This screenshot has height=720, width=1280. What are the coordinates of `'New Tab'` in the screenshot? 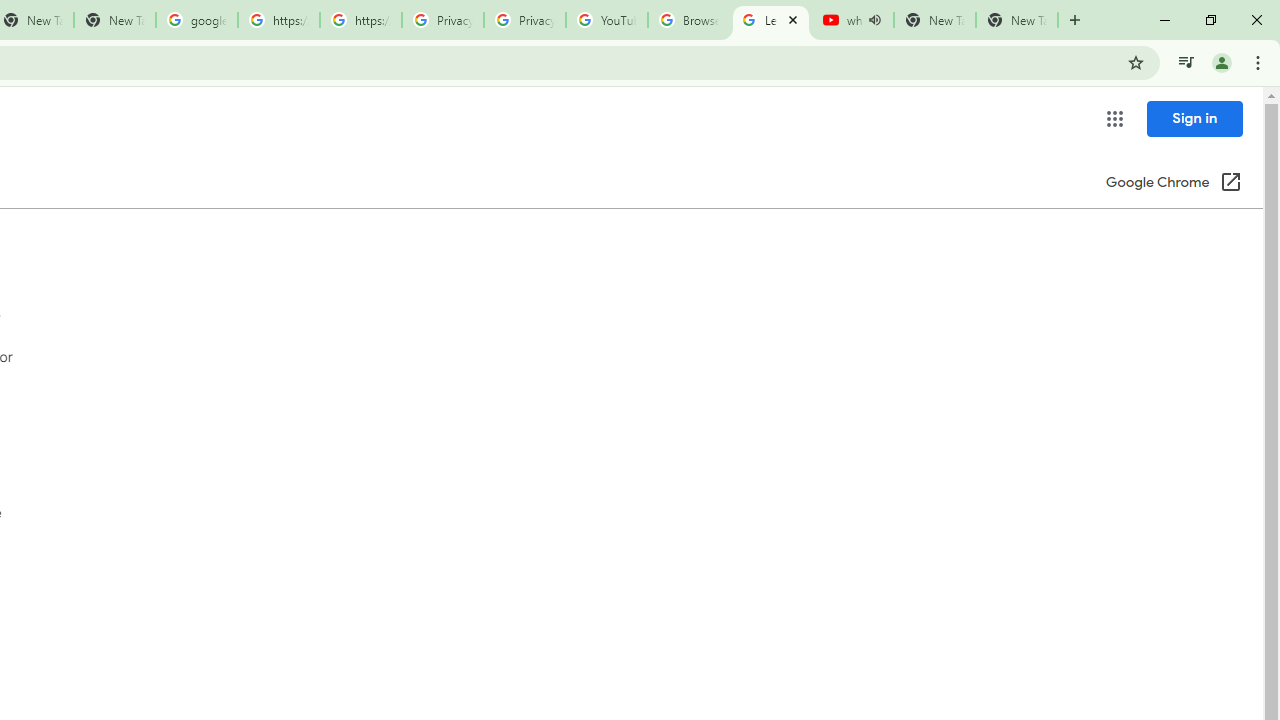 It's located at (1016, 20).